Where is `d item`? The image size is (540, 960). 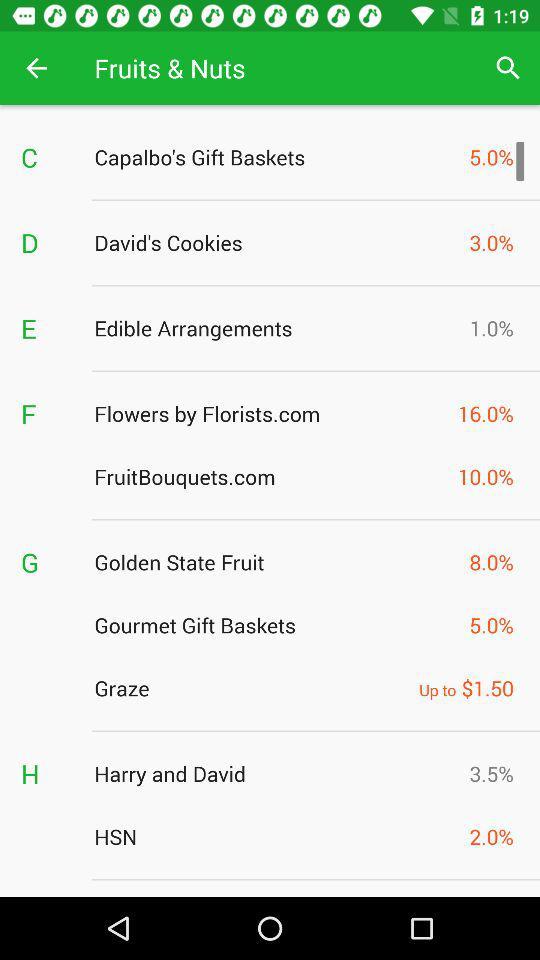 d item is located at coordinates (47, 241).